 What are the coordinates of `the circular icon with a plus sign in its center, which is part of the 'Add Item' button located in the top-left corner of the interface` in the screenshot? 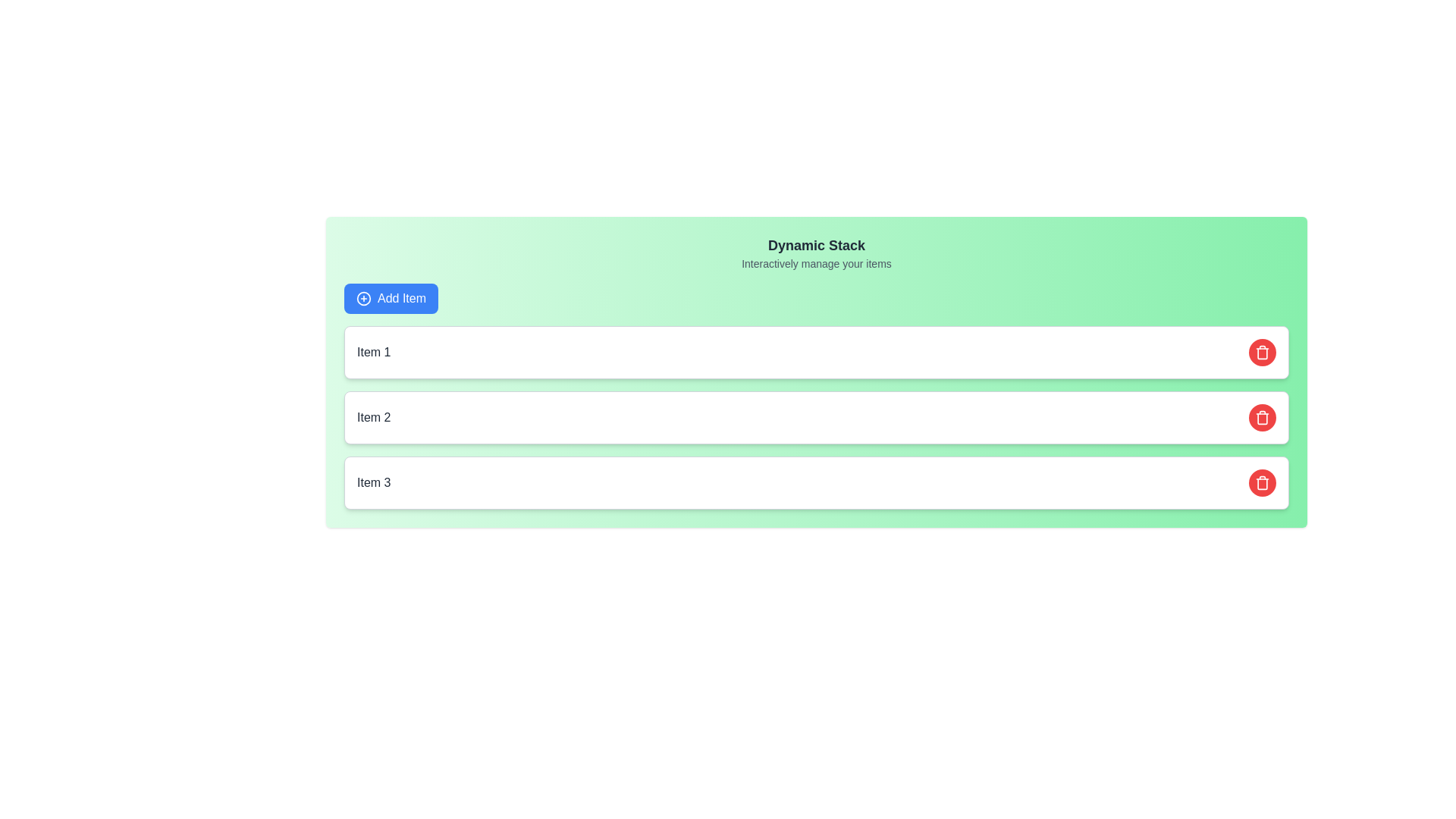 It's located at (364, 298).